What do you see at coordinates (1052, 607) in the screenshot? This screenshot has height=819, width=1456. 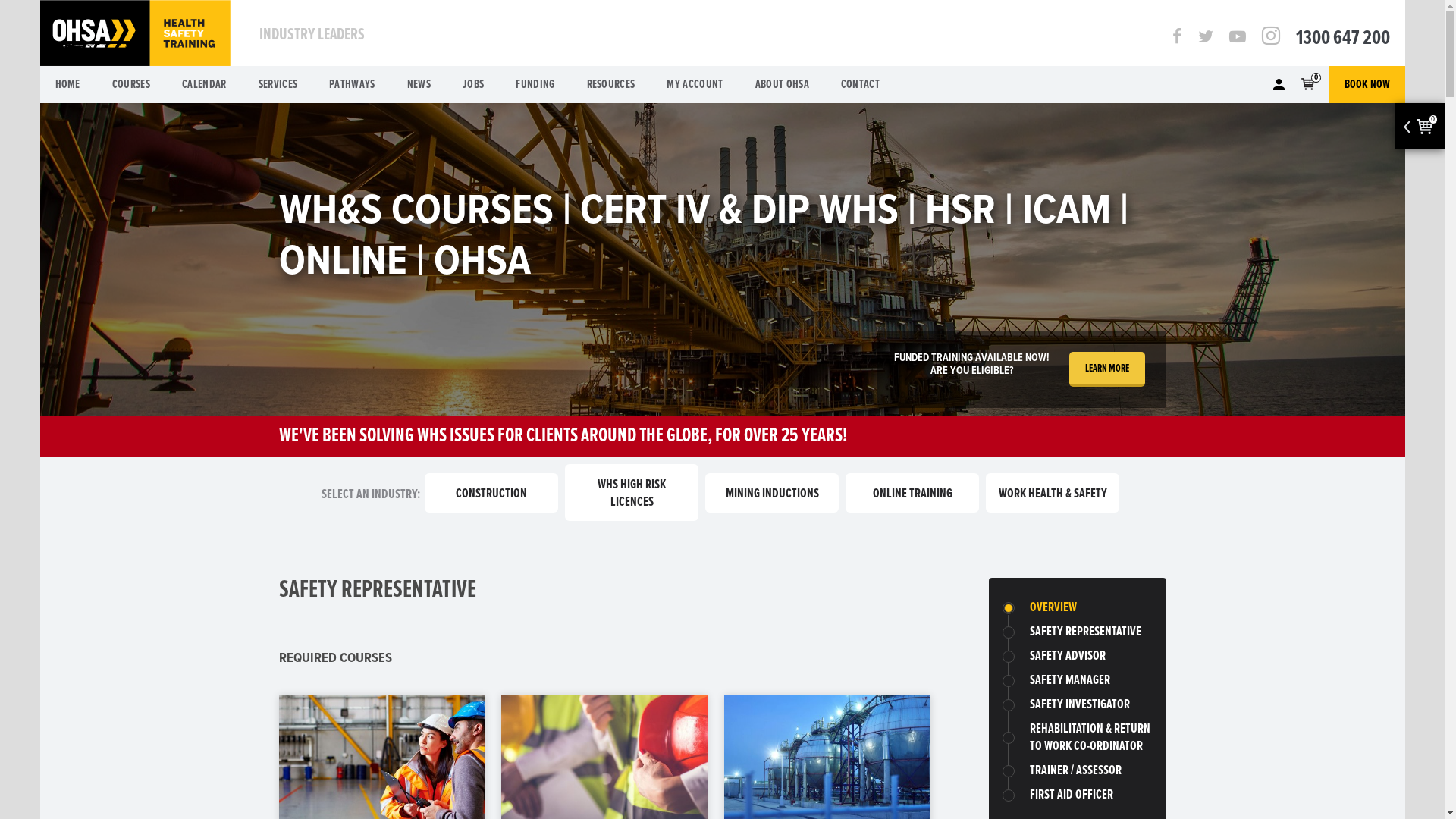 I see `'OVERVIEW'` at bounding box center [1052, 607].